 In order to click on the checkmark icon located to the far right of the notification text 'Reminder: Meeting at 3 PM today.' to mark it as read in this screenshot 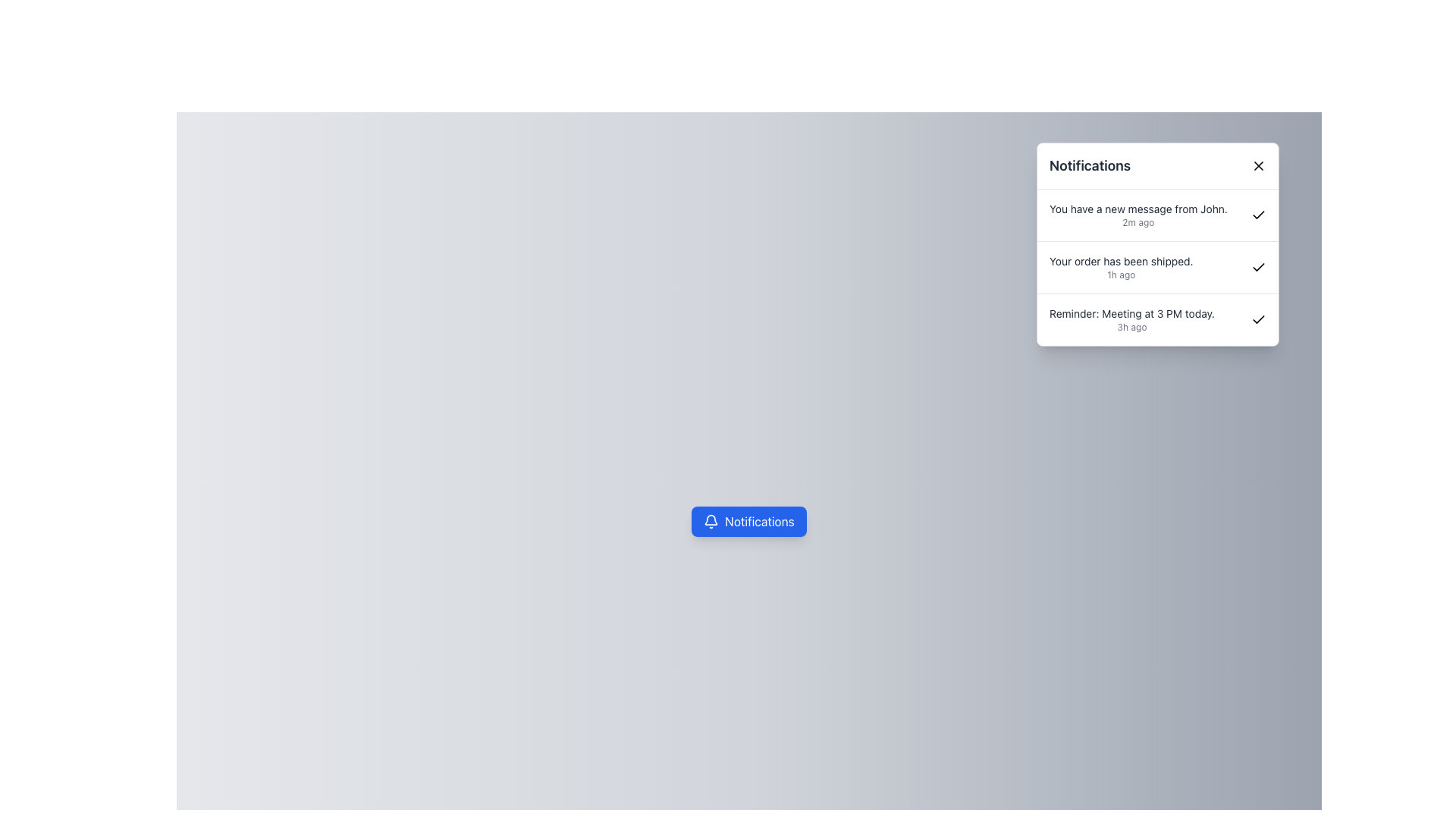, I will do `click(1156, 318)`.